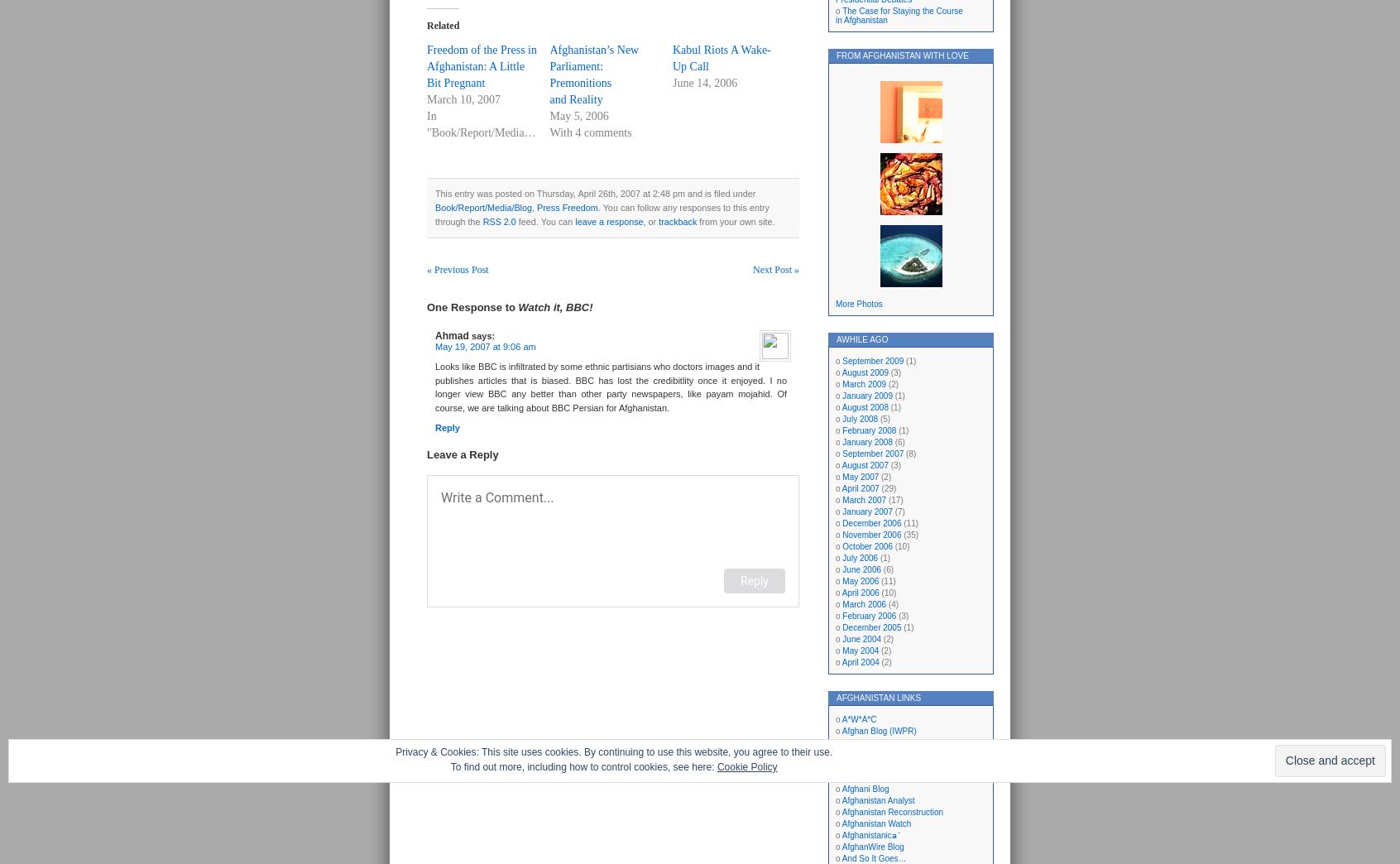  I want to click on 'Afghan Lord', so click(841, 754).